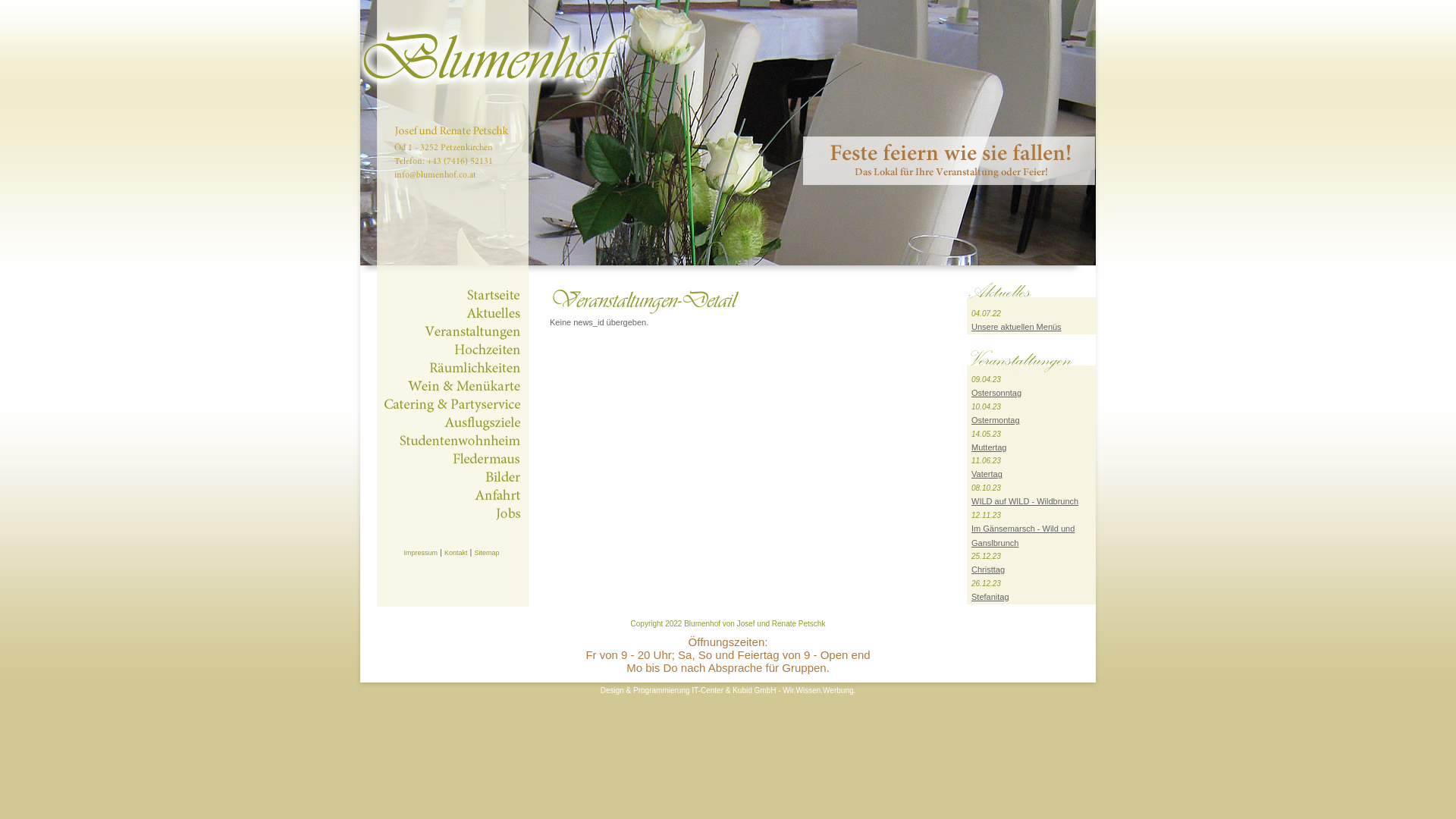  I want to click on 'Stefanitag', so click(990, 595).